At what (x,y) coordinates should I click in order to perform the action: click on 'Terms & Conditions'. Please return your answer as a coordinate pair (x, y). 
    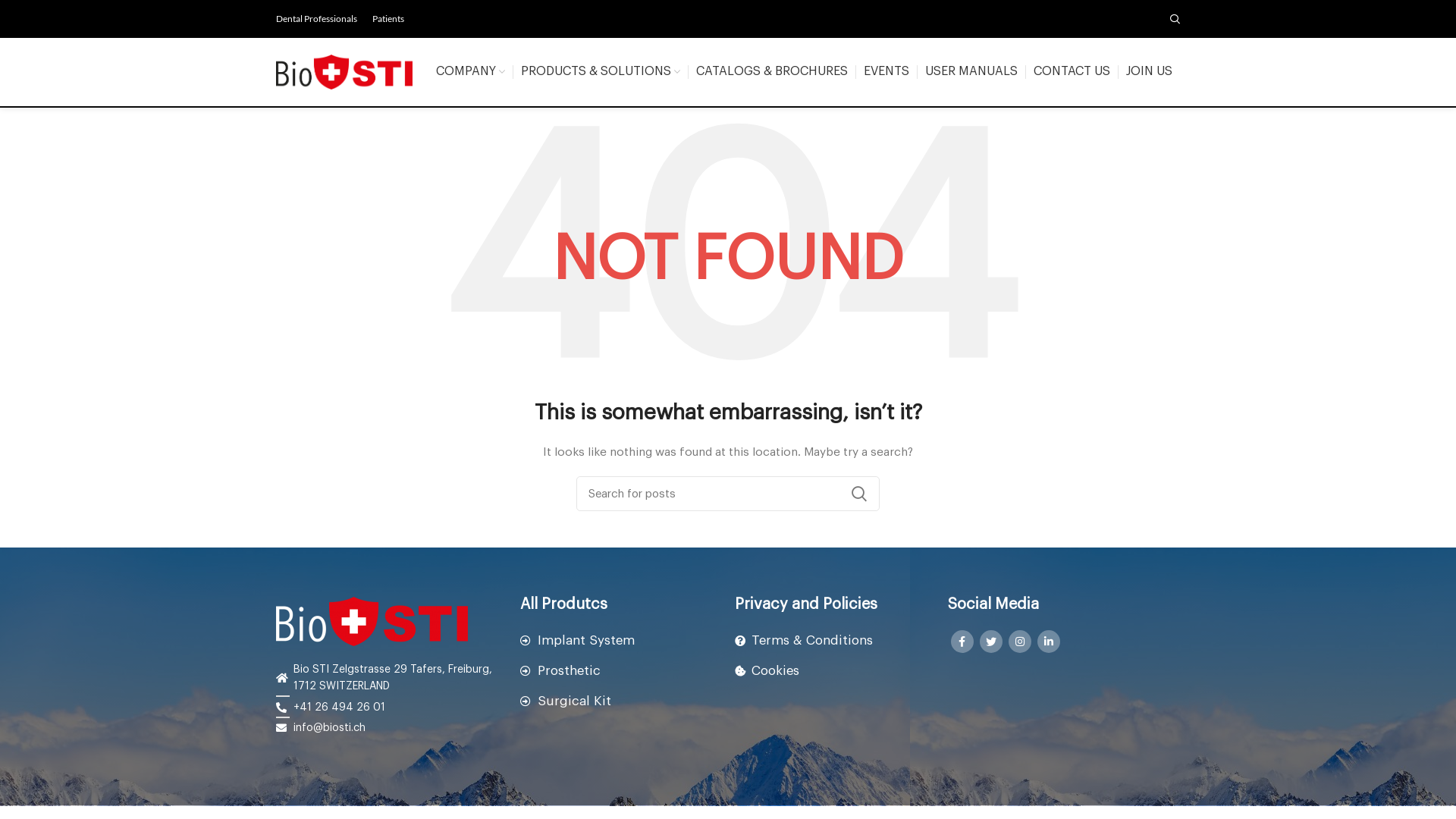
    Looking at the image, I should click on (833, 640).